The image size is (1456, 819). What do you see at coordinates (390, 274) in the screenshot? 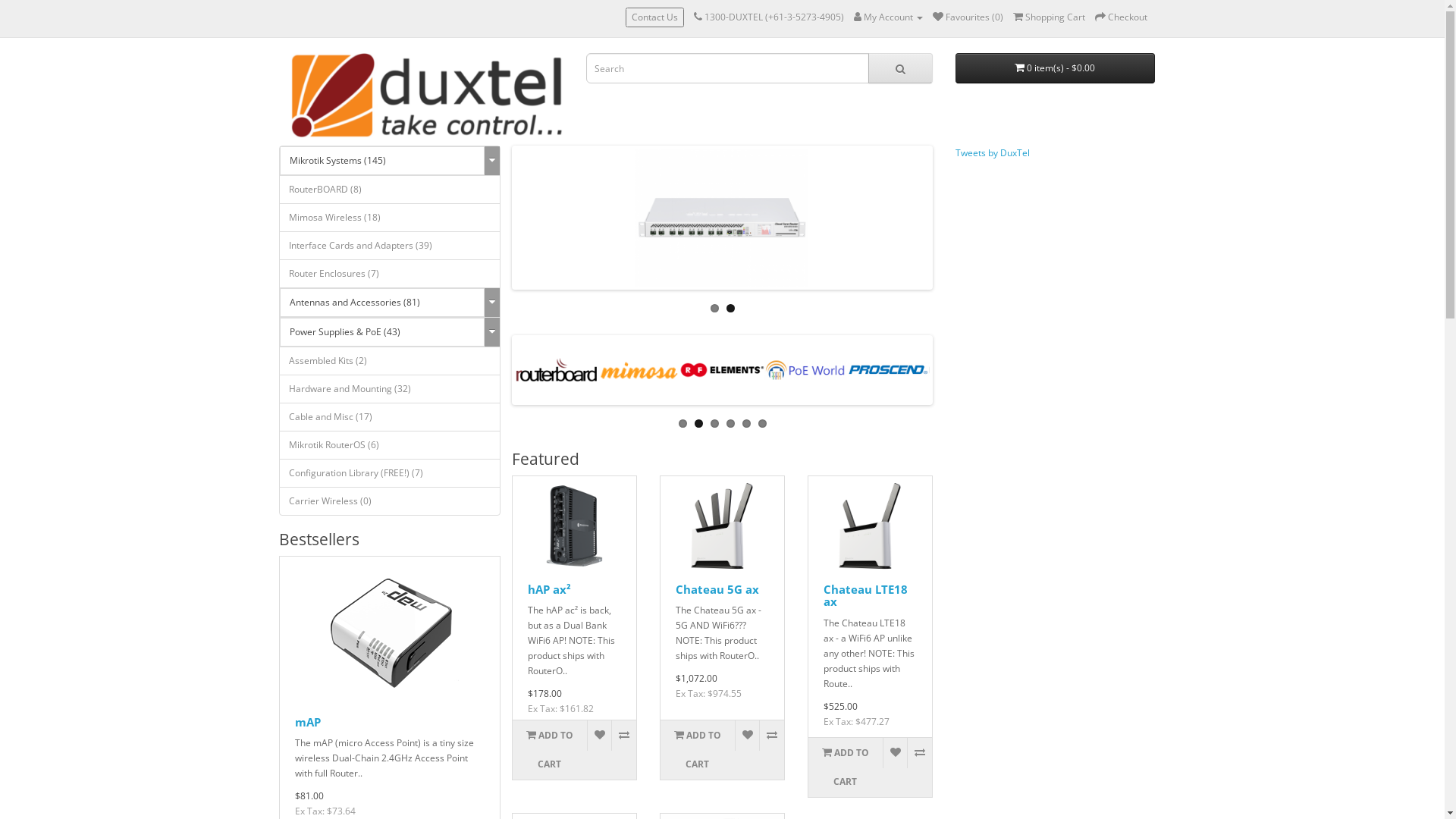
I see `'Router Enclosures (7)'` at bounding box center [390, 274].